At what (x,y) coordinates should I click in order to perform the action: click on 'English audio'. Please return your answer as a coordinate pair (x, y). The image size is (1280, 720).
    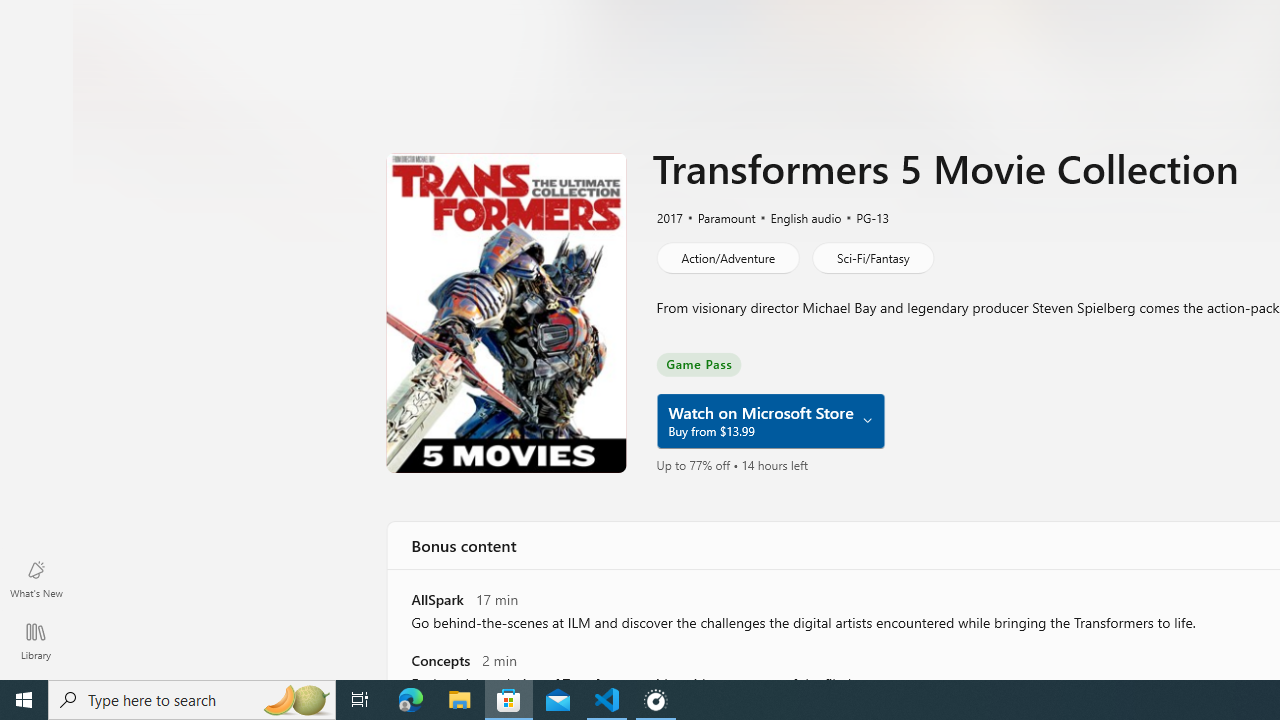
    Looking at the image, I should click on (796, 217).